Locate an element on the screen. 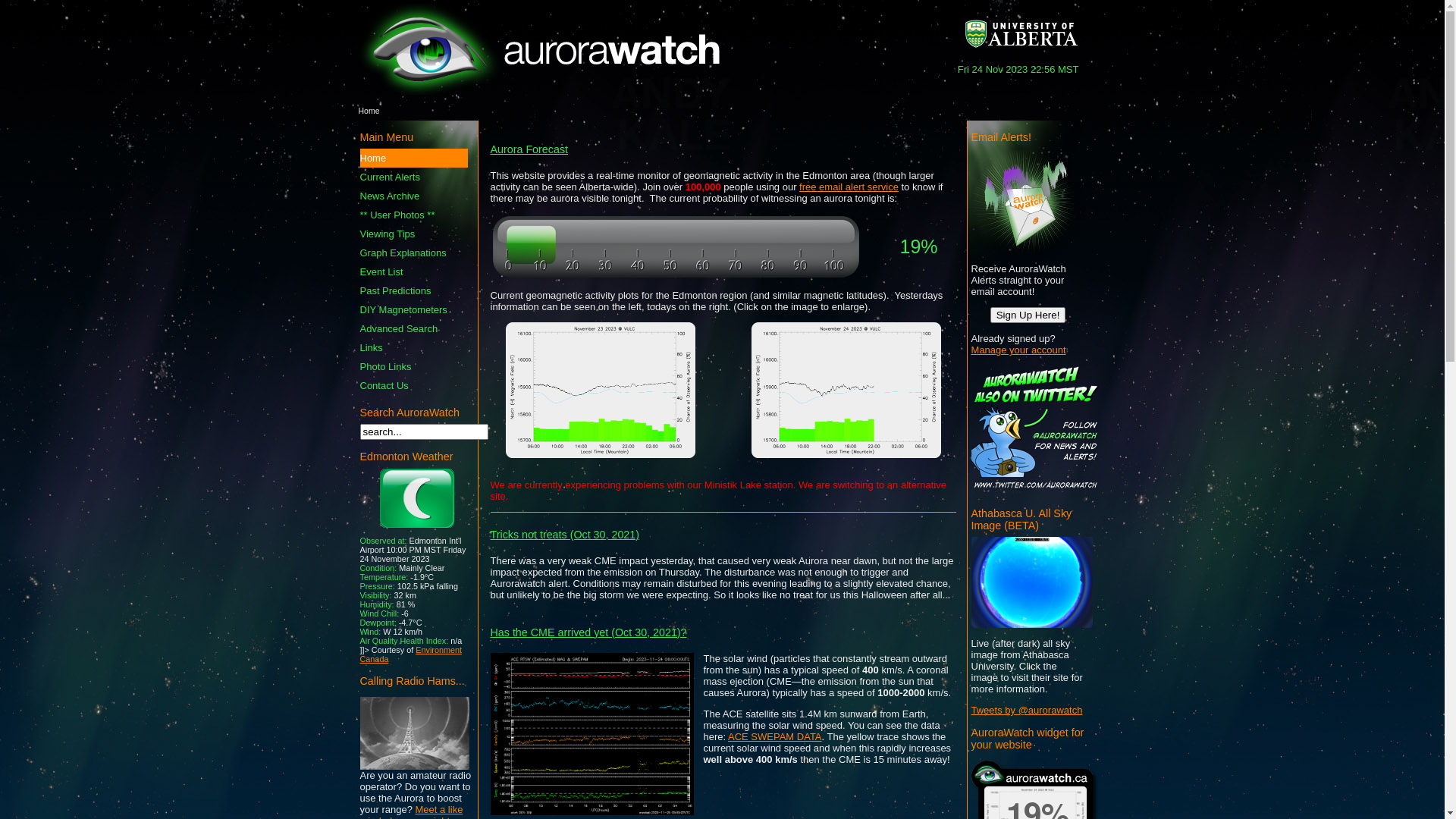 This screenshot has height=819, width=1456. 'News Archive' is located at coordinates (413, 195).